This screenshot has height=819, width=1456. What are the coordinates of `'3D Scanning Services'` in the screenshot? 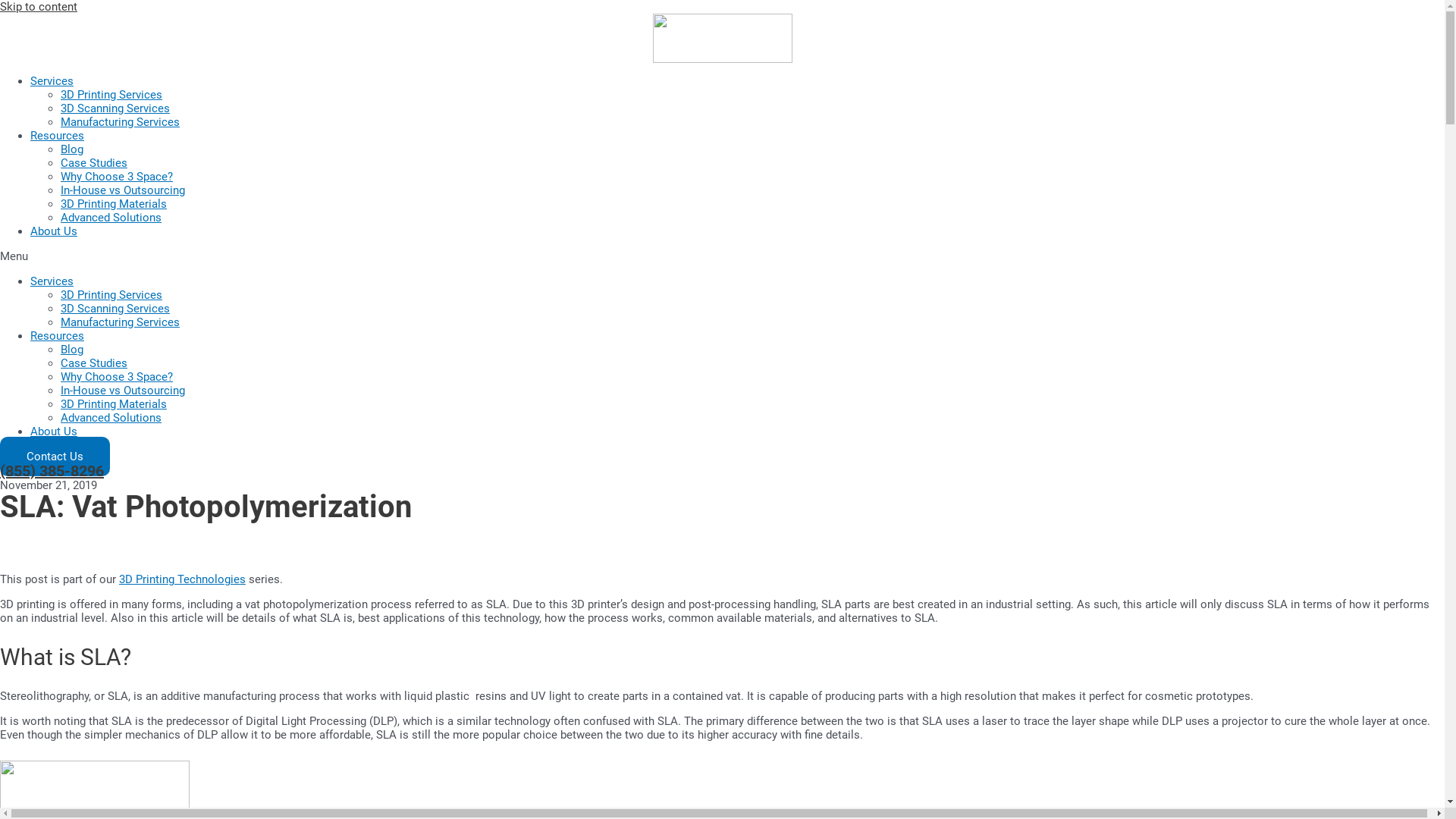 It's located at (61, 308).